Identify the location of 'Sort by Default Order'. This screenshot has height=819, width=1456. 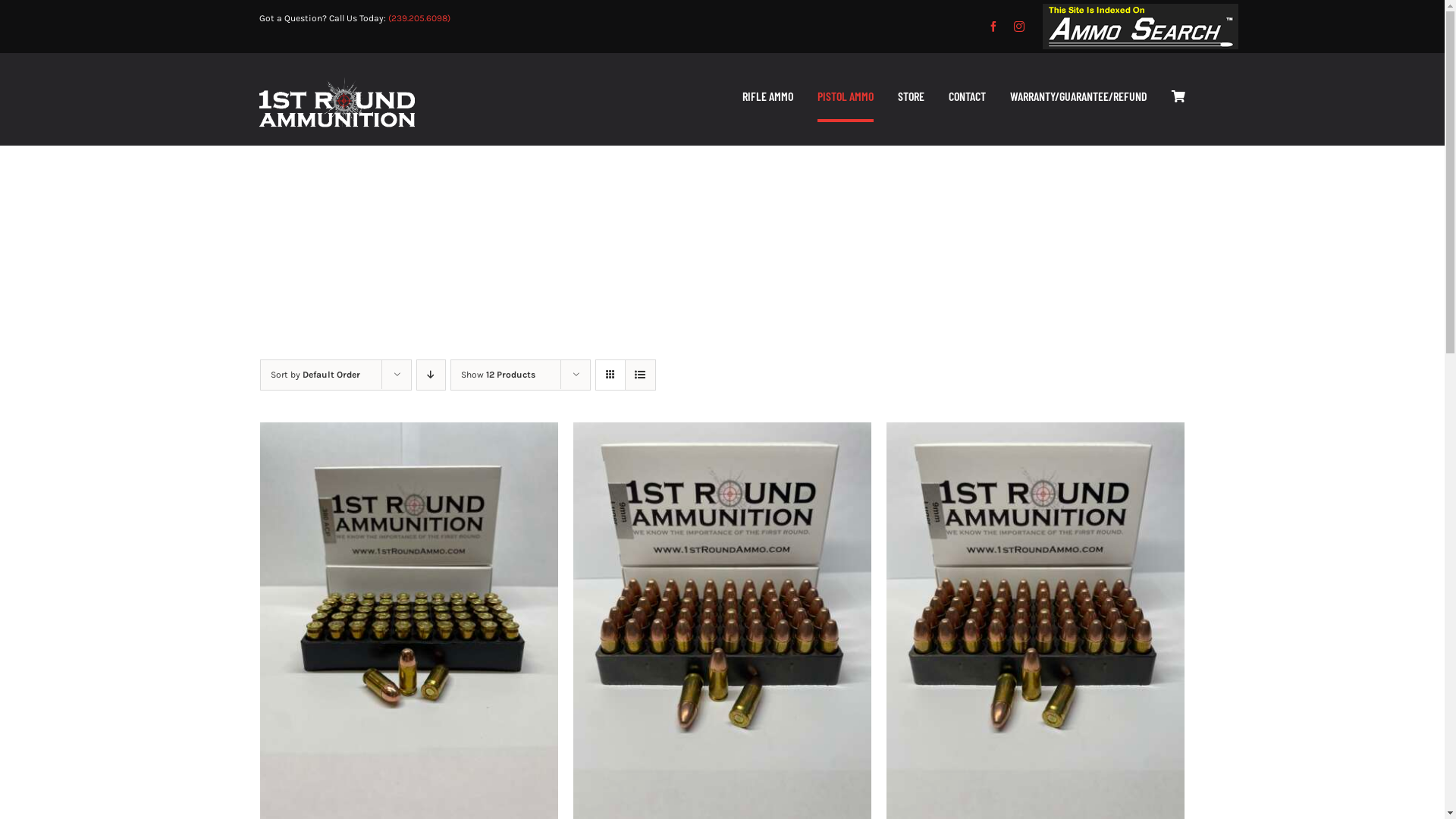
(313, 374).